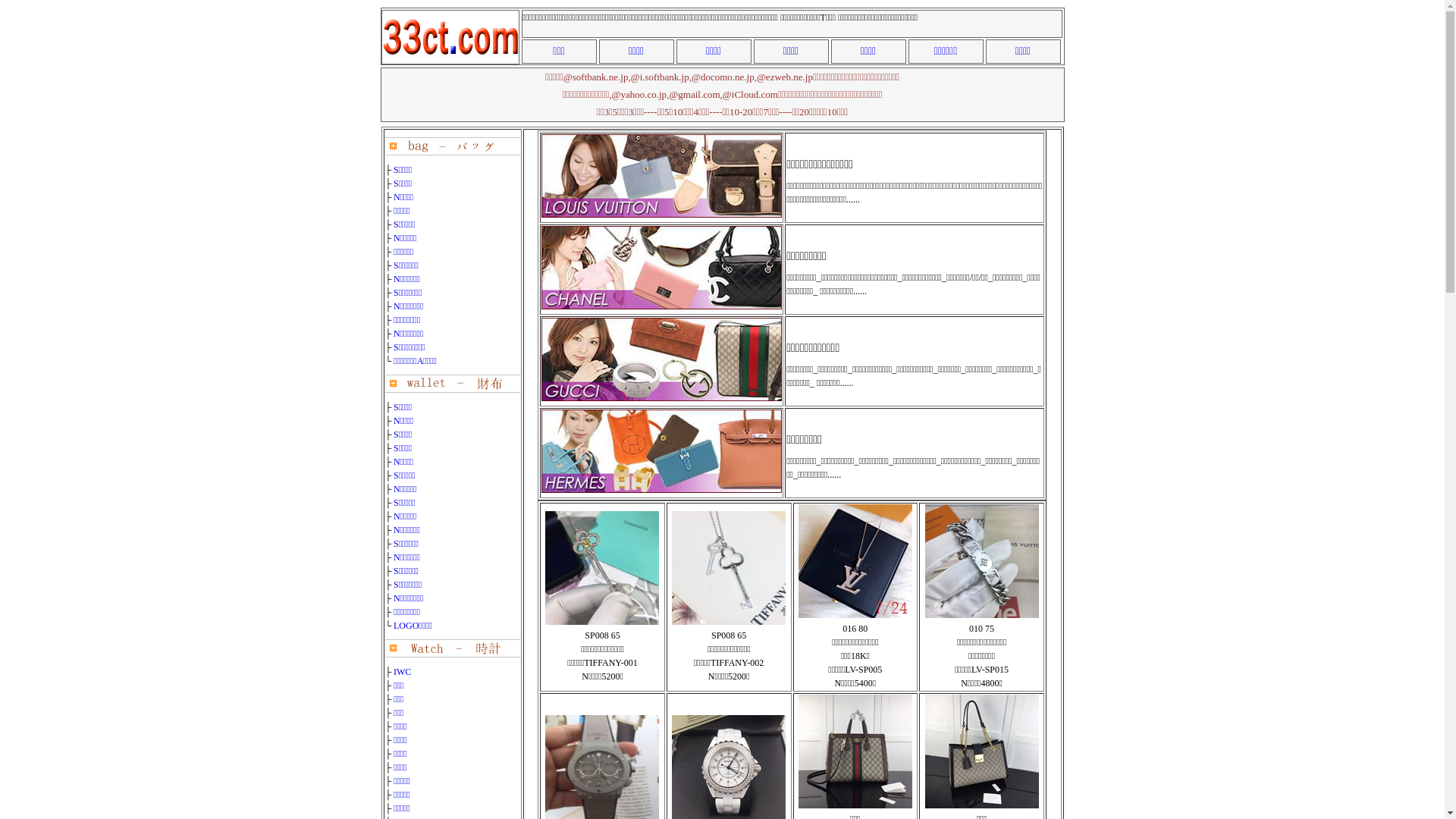 The width and height of the screenshot is (1456, 819). I want to click on 'IWC', so click(393, 671).